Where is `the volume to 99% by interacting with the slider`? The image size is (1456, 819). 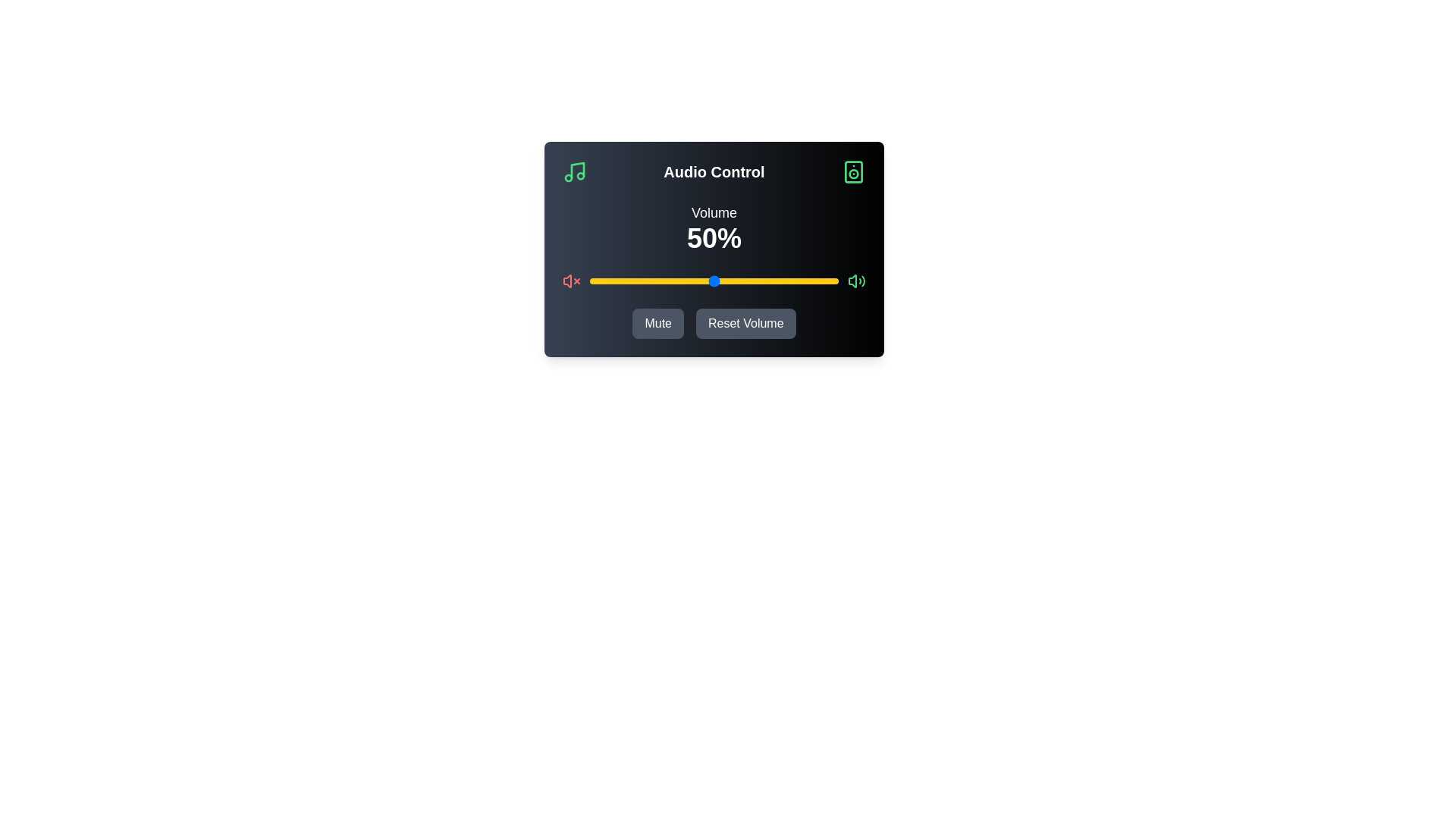 the volume to 99% by interacting with the slider is located at coordinates (835, 281).